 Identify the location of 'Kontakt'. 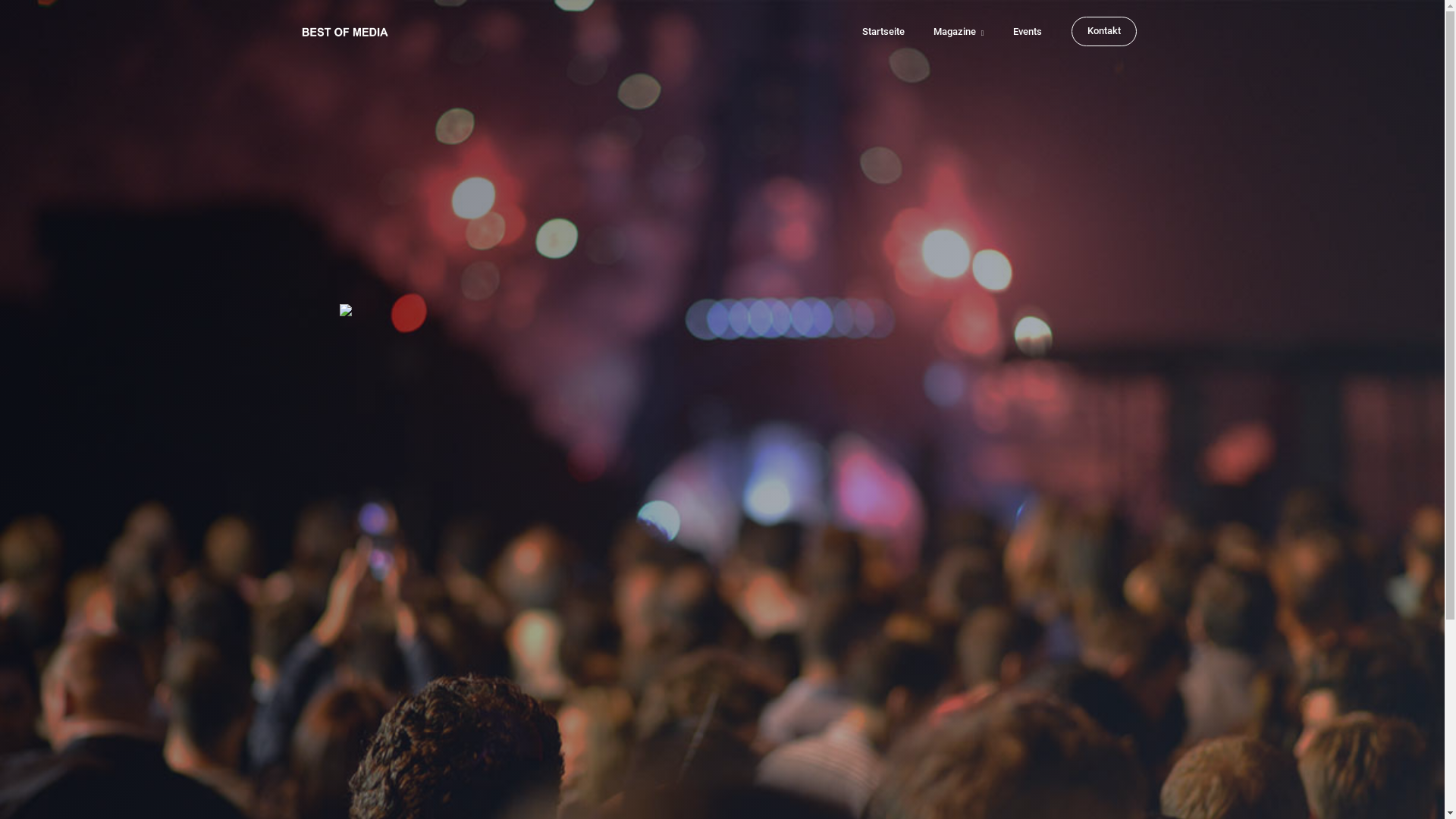
(1103, 31).